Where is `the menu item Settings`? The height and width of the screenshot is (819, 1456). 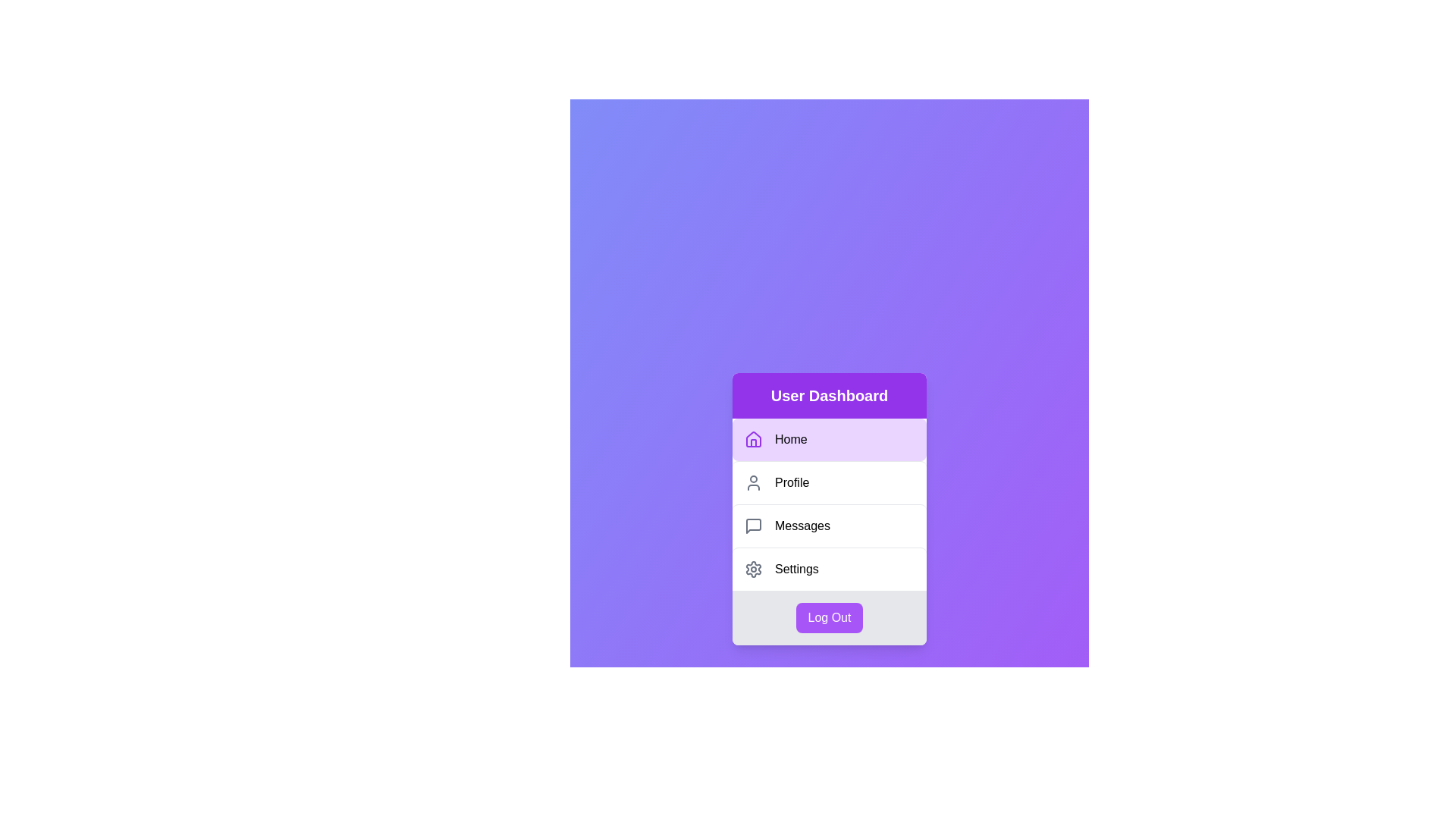
the menu item Settings is located at coordinates (829, 568).